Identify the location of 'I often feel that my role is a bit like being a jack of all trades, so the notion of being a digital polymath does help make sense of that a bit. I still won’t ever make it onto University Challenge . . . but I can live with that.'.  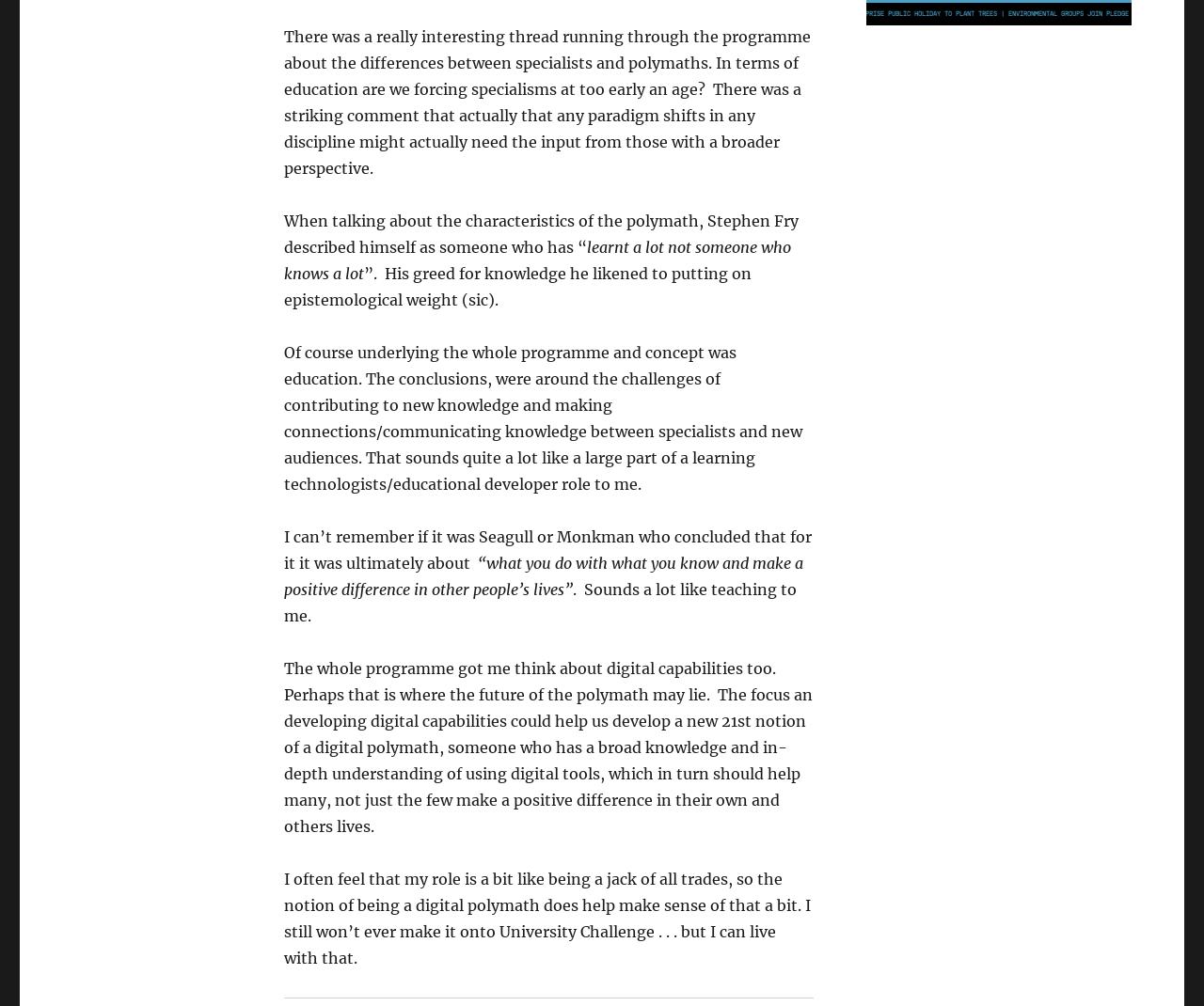
(547, 918).